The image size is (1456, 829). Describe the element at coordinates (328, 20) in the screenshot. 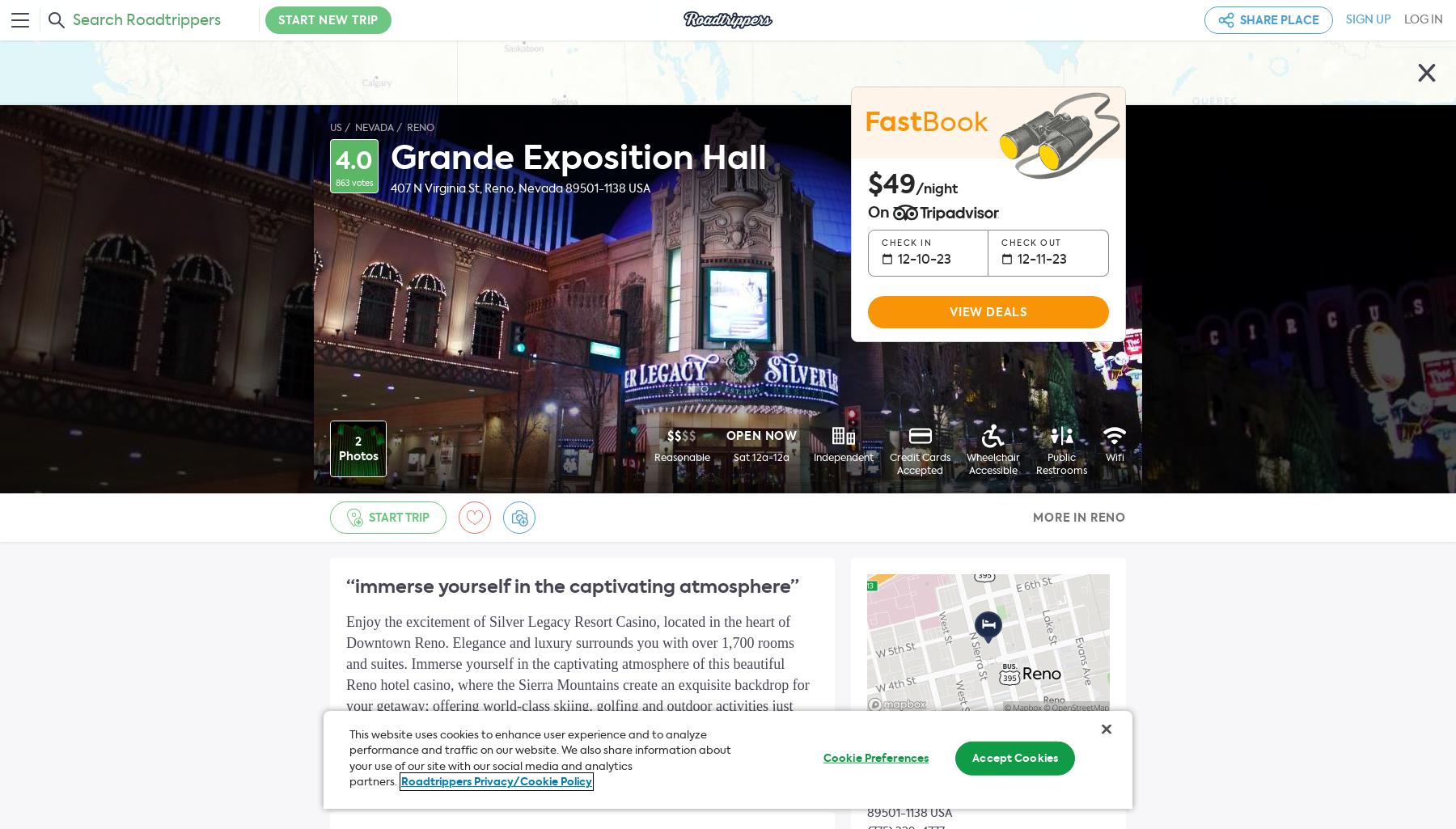

I see `'Start New Trip'` at that location.